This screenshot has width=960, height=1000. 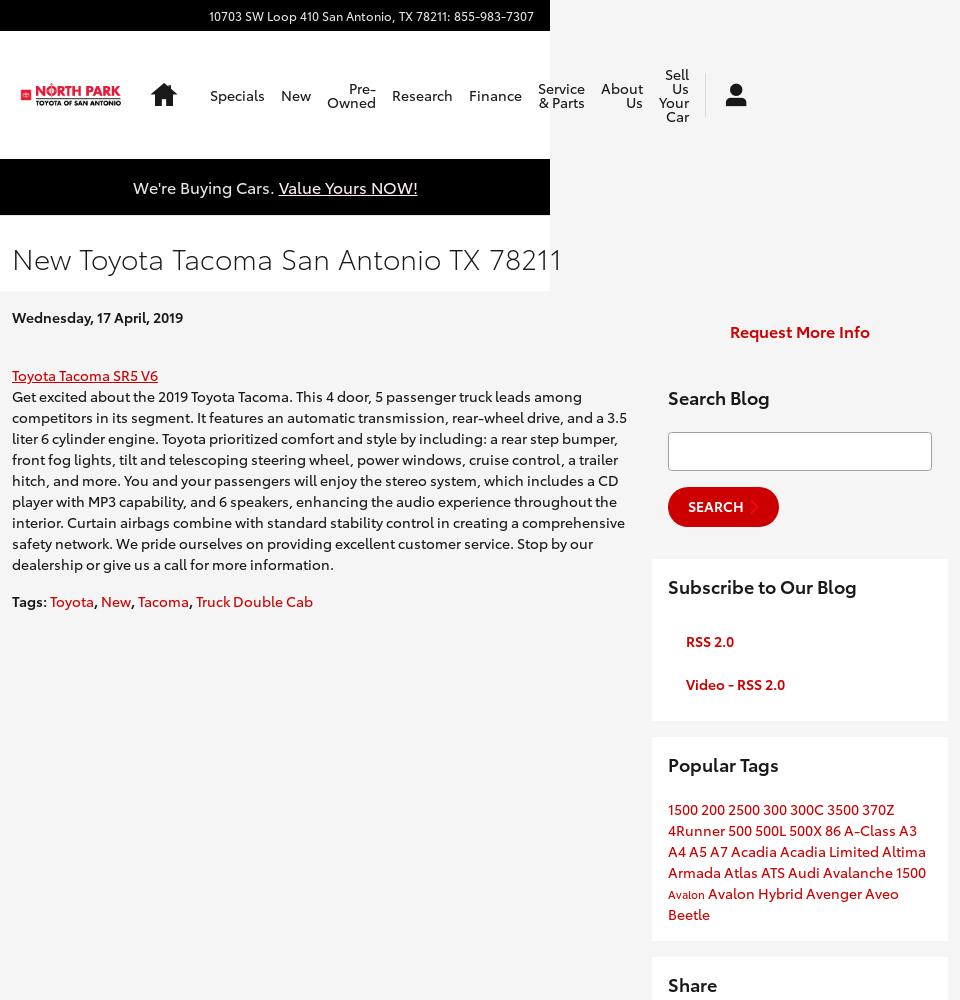 What do you see at coordinates (286, 257) in the screenshot?
I see `'New Toyota Tacoma San Antonio TX 78211'` at bounding box center [286, 257].